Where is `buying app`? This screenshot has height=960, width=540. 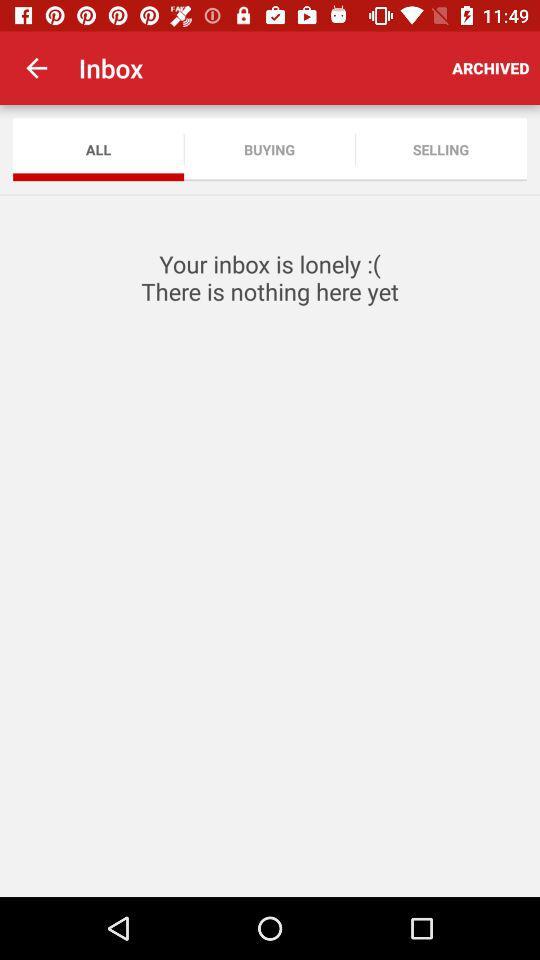 buying app is located at coordinates (269, 148).